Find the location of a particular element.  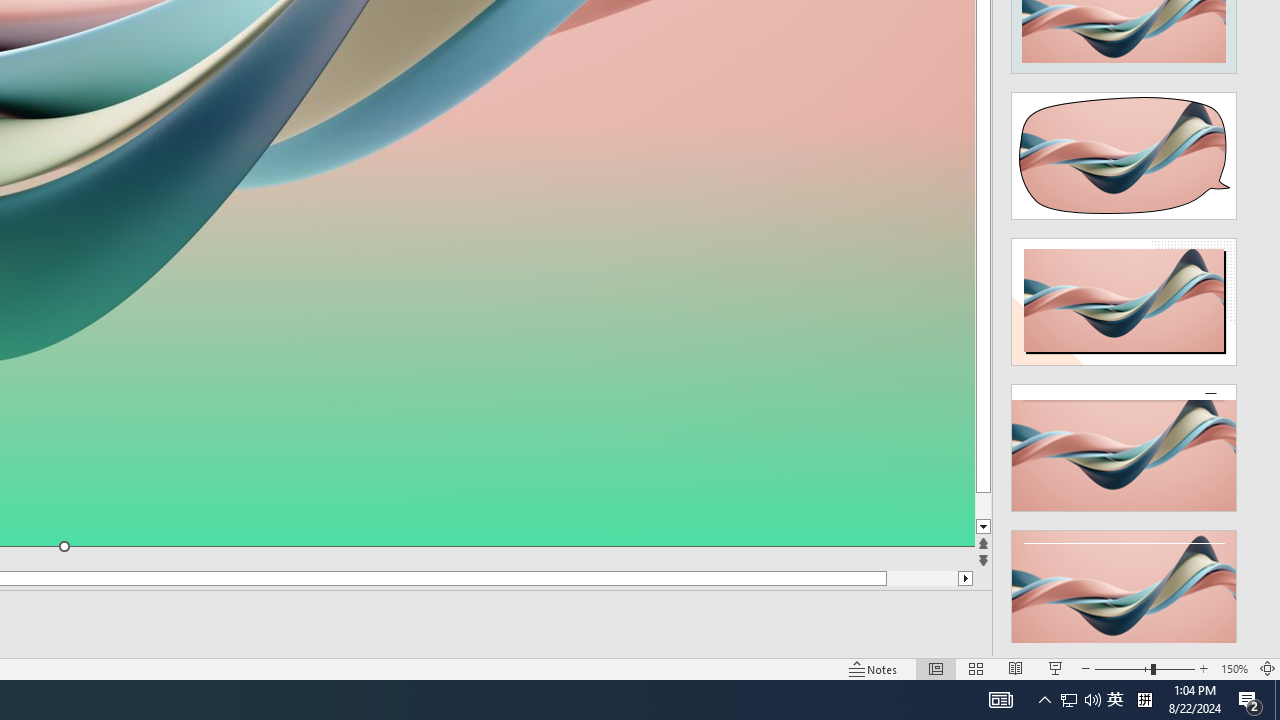

'Zoom 150%' is located at coordinates (1233, 669).